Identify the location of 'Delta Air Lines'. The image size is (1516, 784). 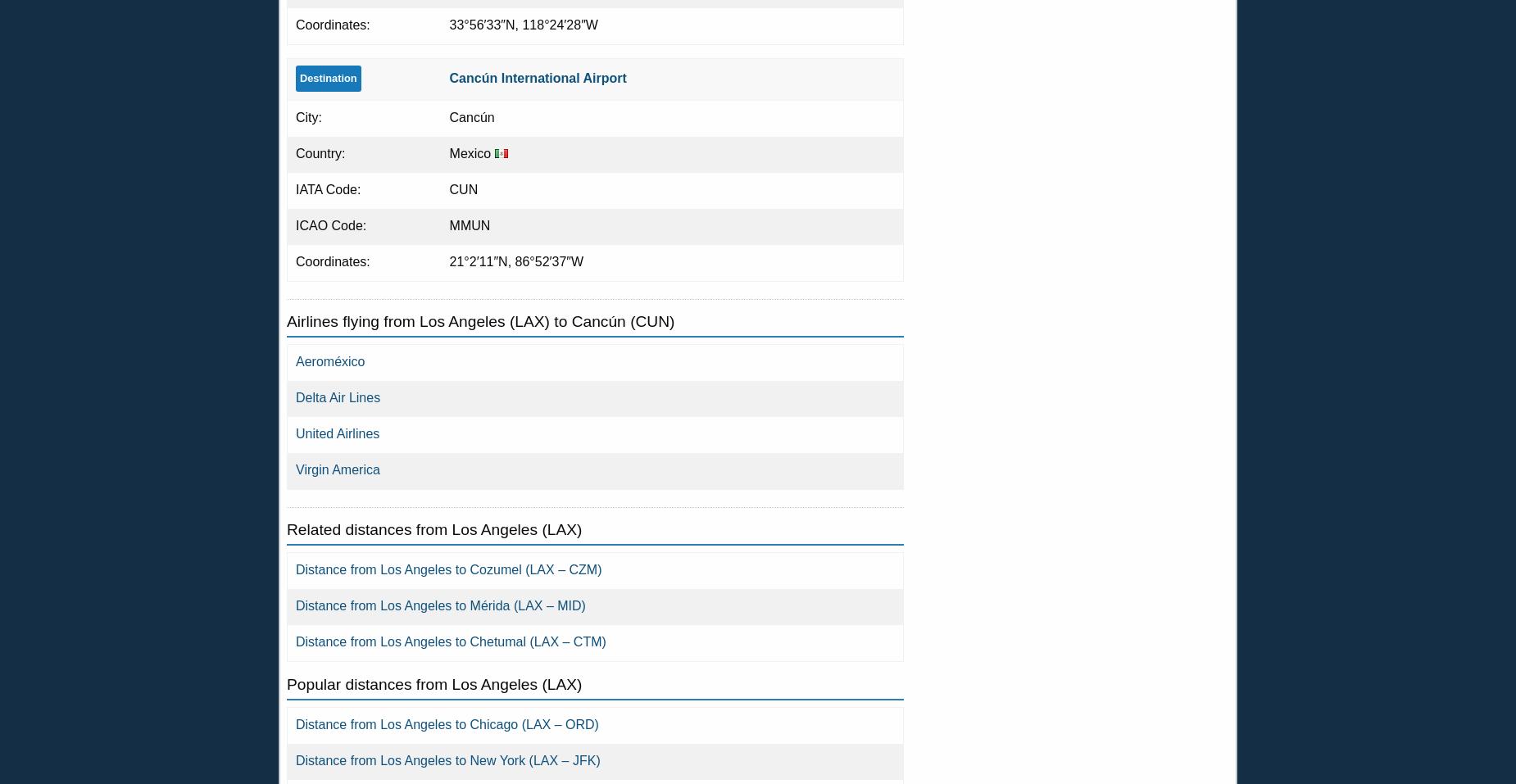
(337, 397).